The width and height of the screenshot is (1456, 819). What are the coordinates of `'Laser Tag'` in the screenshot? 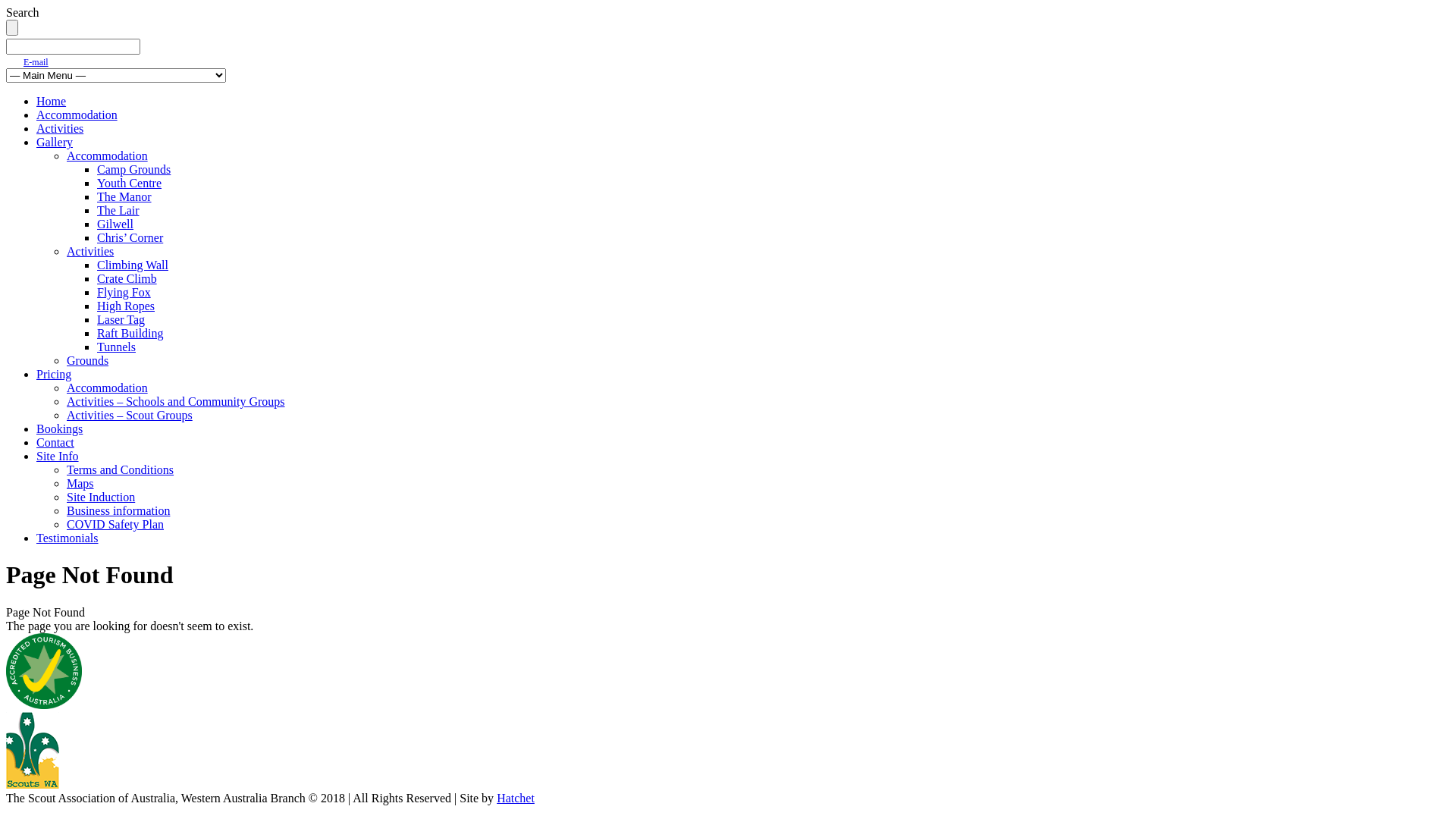 It's located at (120, 318).